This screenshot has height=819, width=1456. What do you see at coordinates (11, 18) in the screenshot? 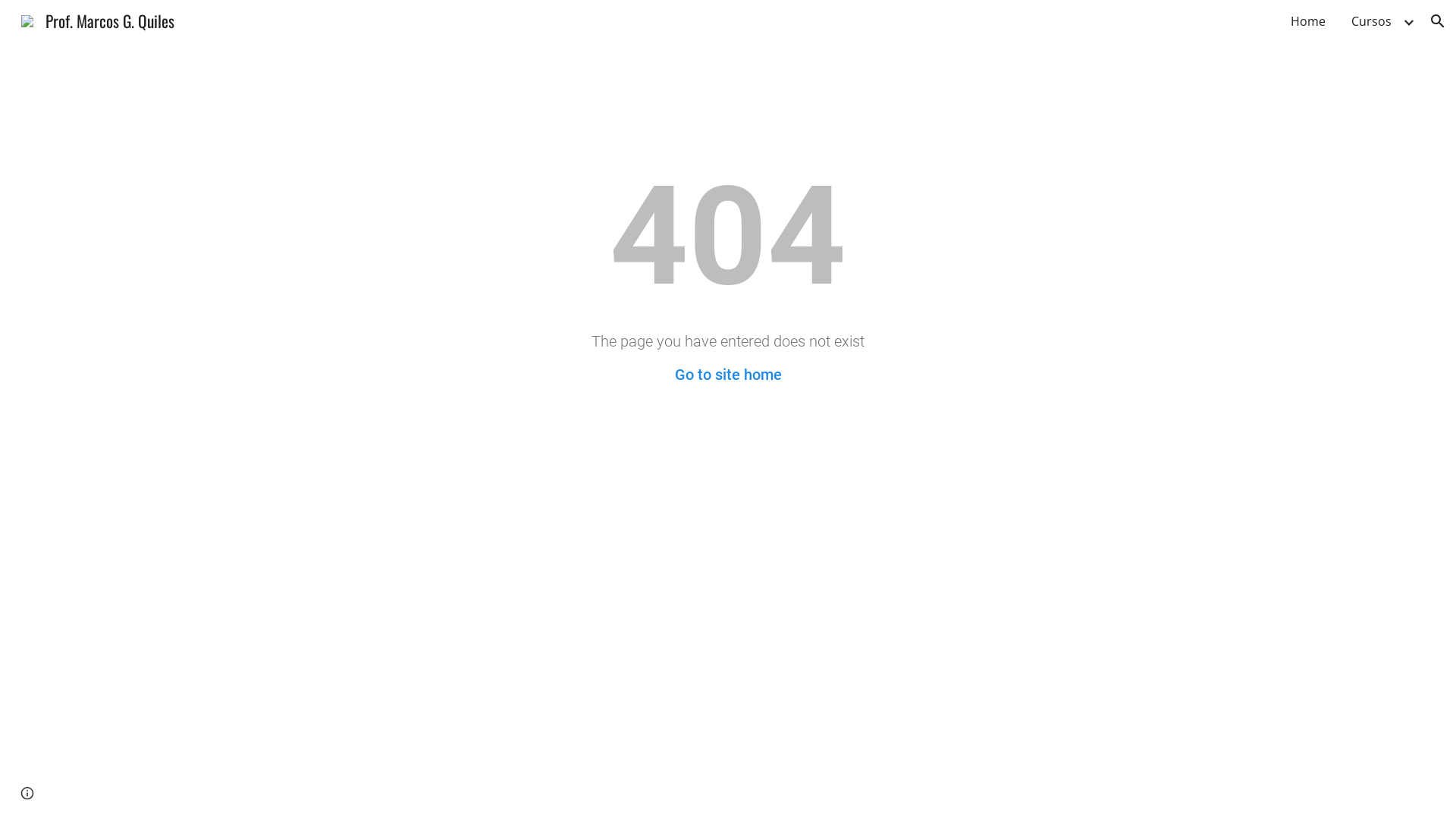
I see `'Prof. Marcos G. Quiles'` at bounding box center [11, 18].